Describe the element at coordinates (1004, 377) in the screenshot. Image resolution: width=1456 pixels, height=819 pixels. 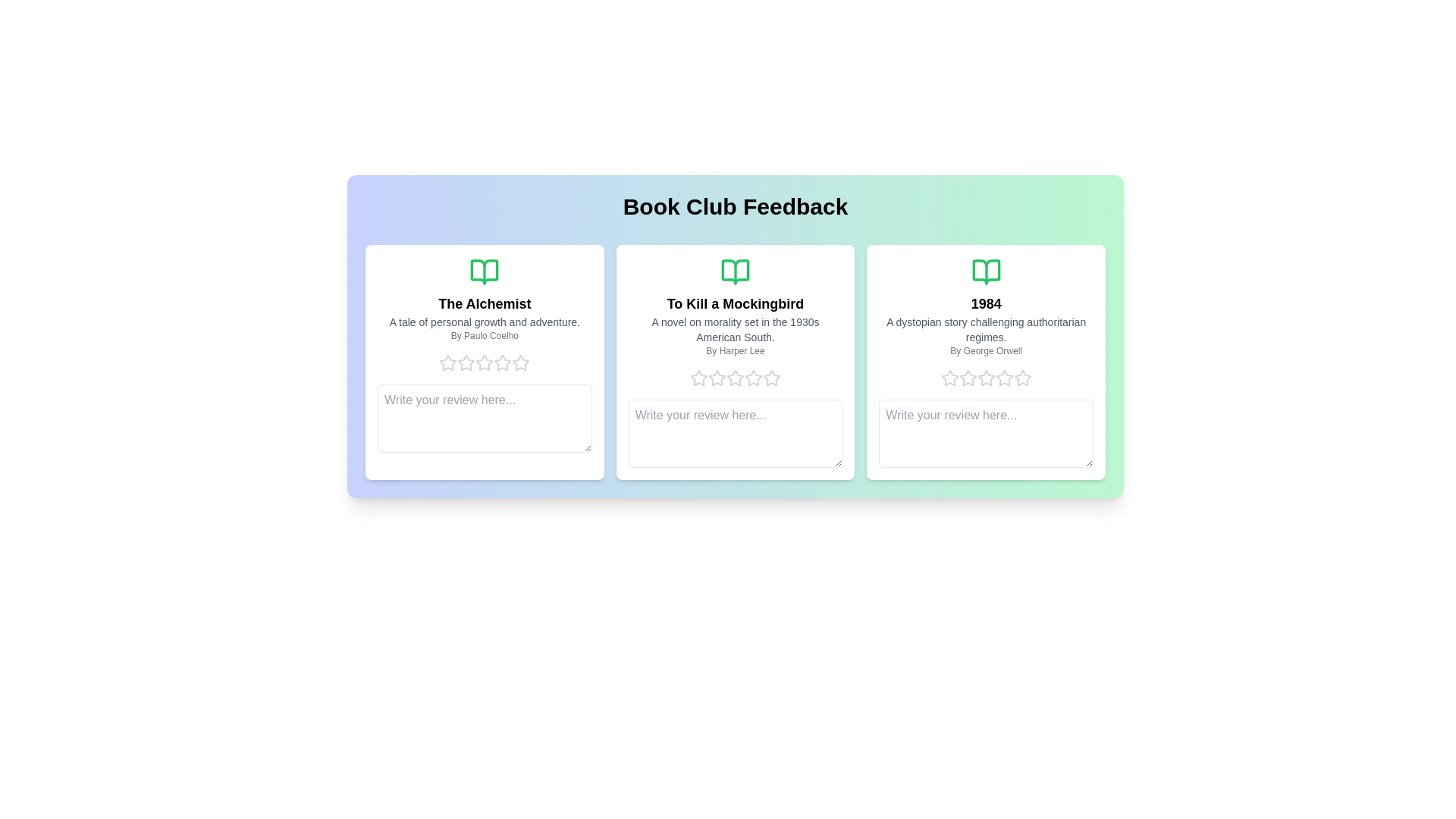
I see `the fourth star icon in the rating system for the '1984' section` at that location.